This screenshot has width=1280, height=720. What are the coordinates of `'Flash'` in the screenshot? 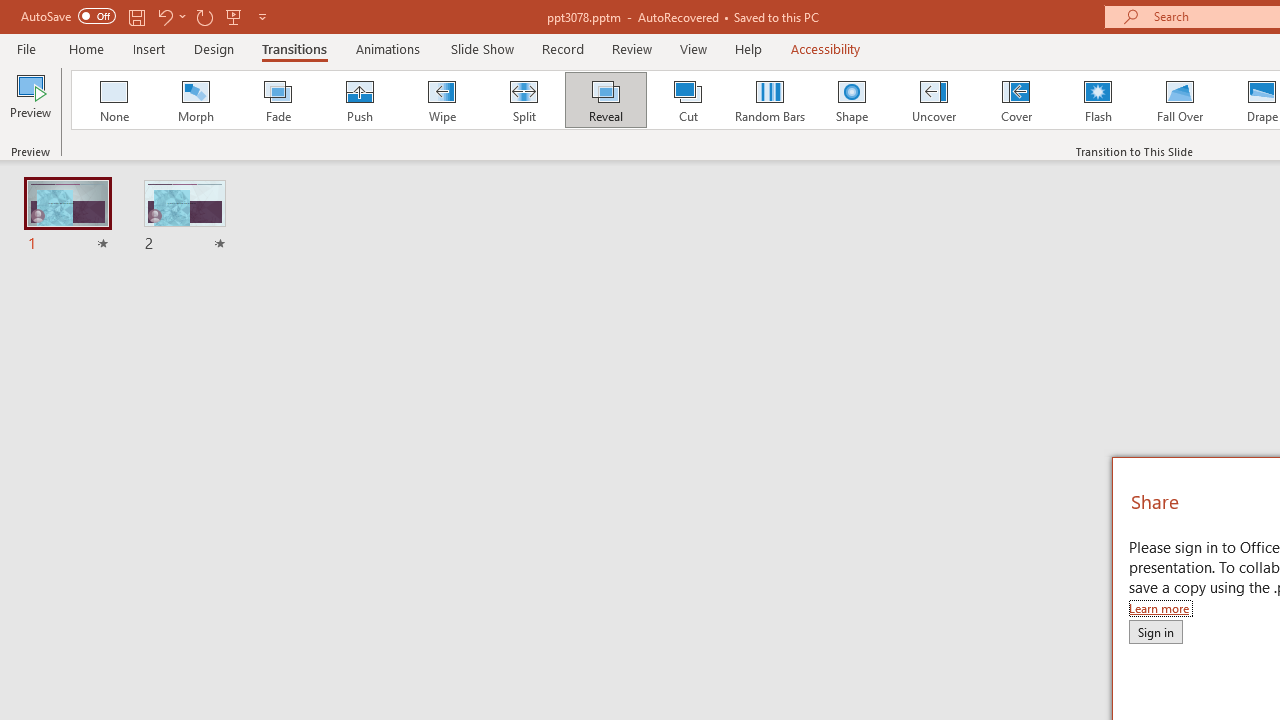 It's located at (1097, 100).